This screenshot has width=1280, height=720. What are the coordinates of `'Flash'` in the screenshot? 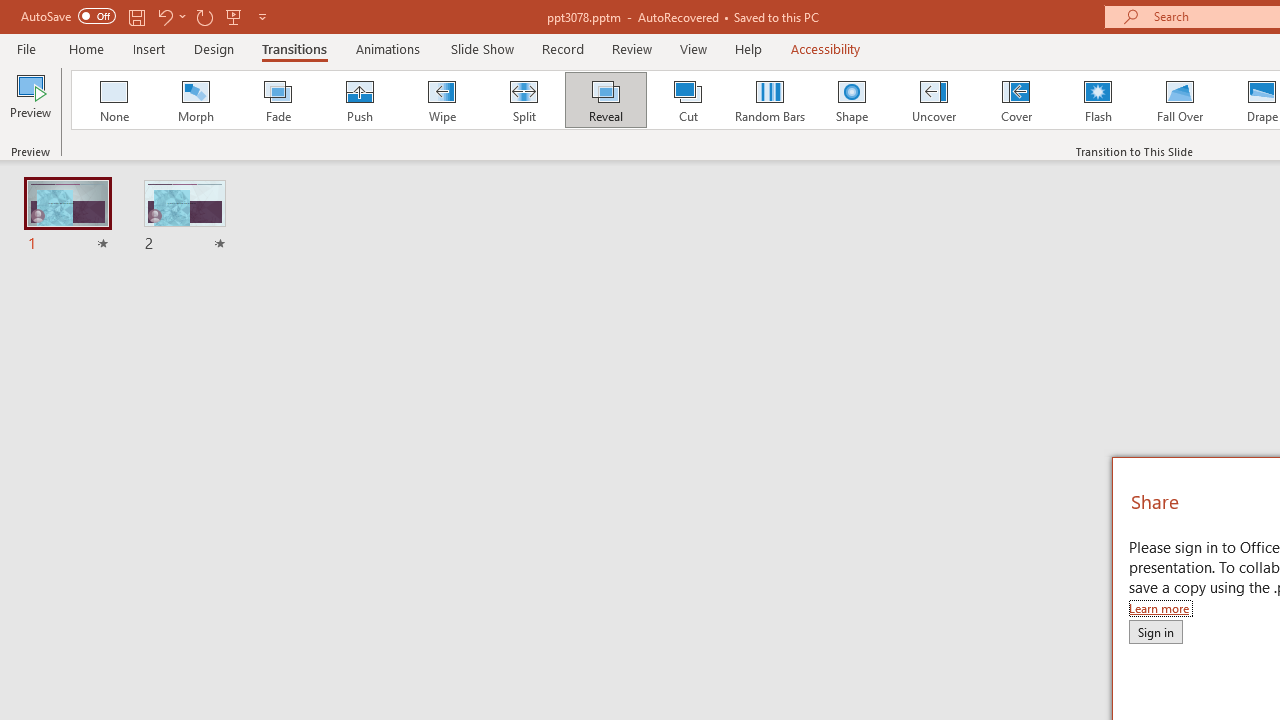 It's located at (1097, 100).